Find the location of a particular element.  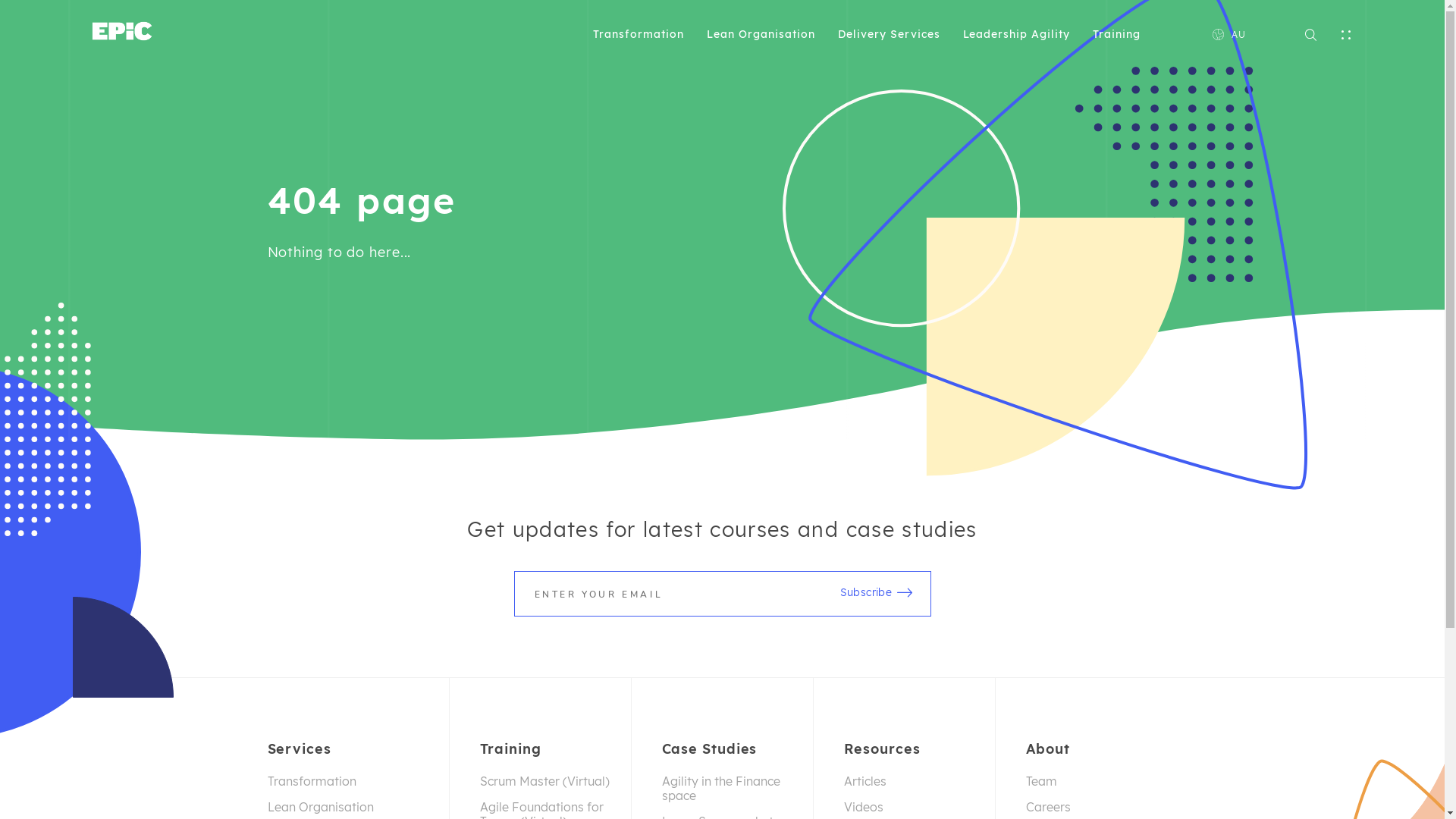

'Case Studies' is located at coordinates (734, 748).